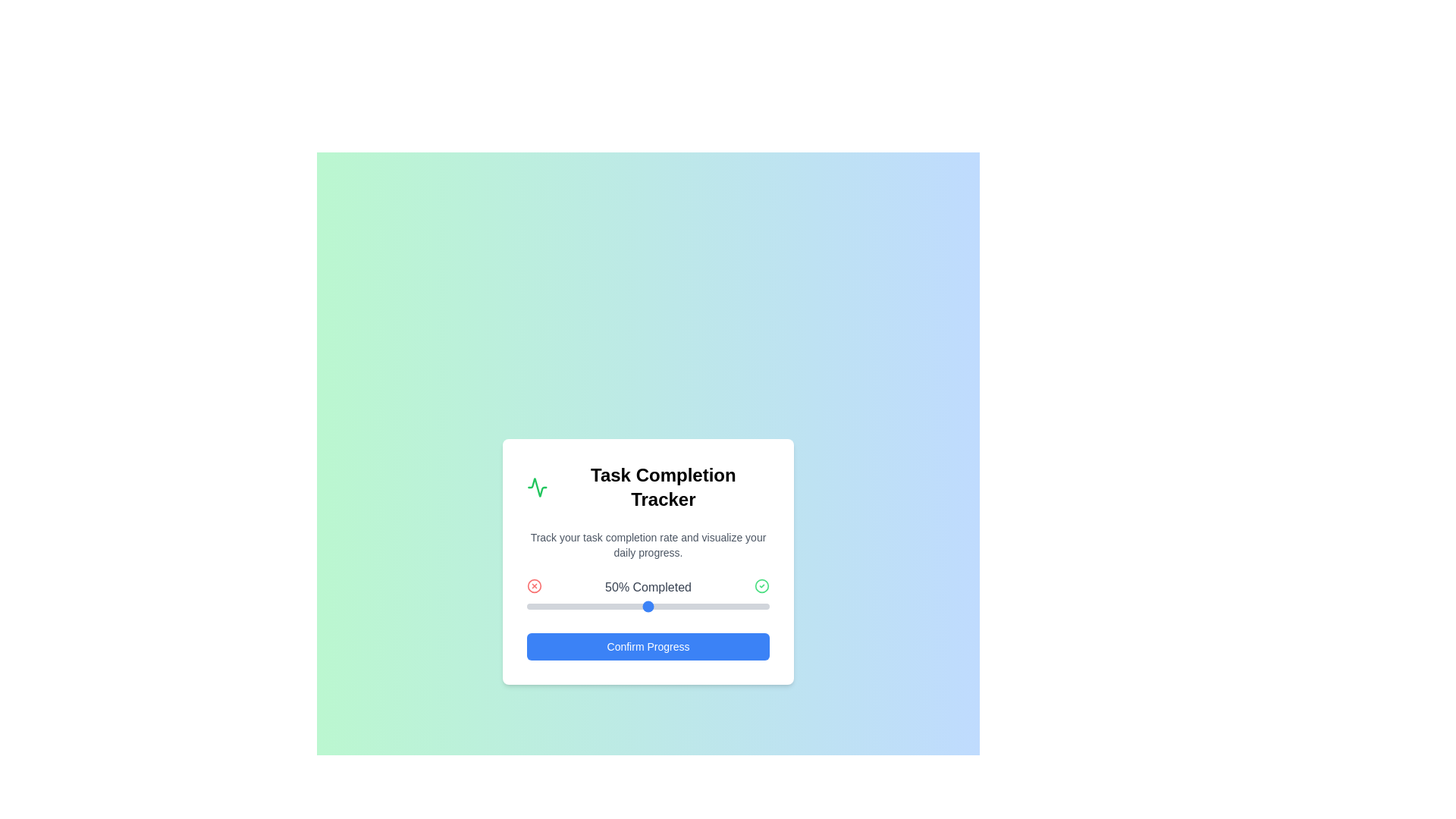 The height and width of the screenshot is (819, 1456). I want to click on the progress slider to 37%, so click(617, 605).